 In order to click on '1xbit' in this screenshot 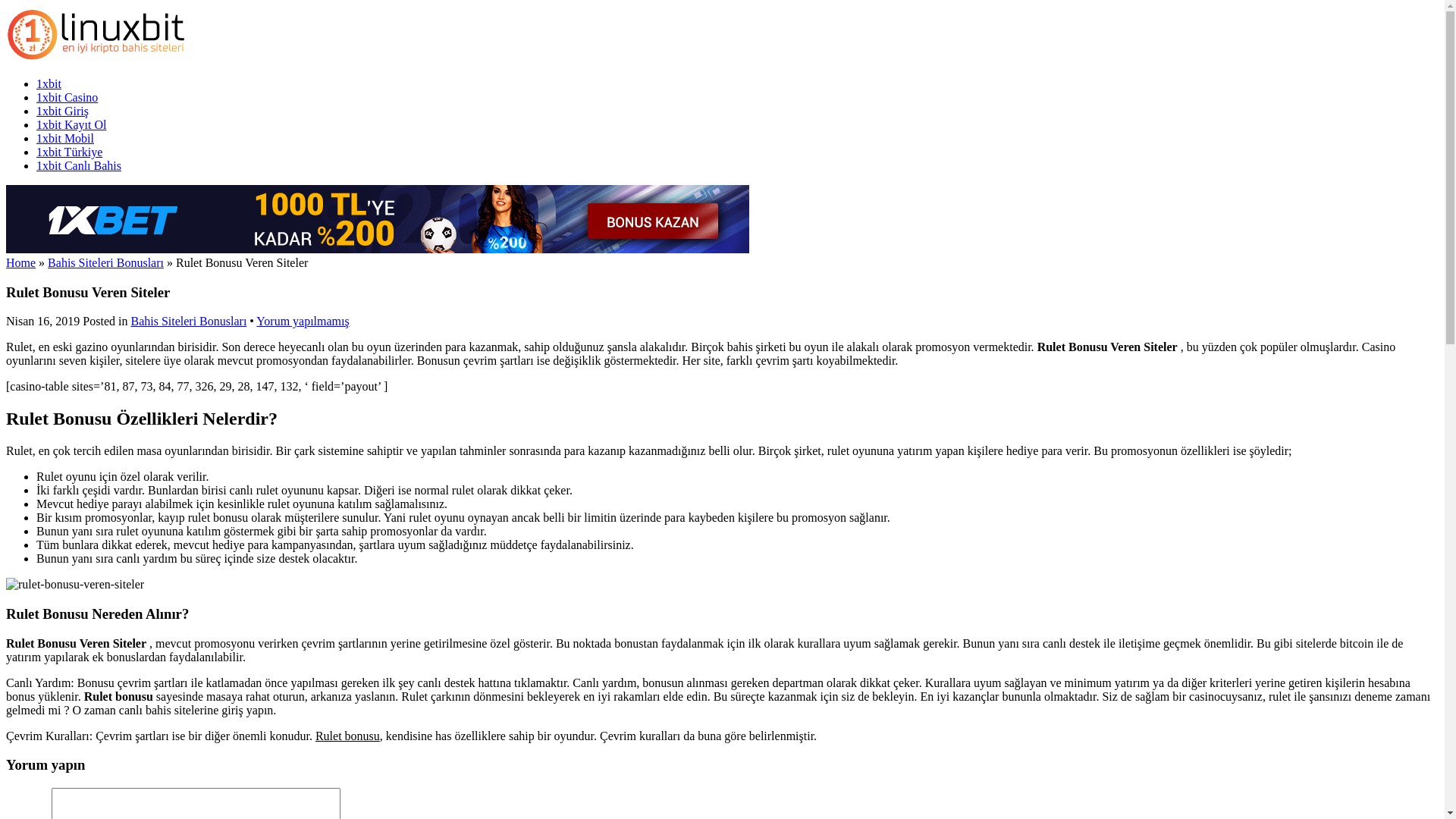, I will do `click(97, 57)`.